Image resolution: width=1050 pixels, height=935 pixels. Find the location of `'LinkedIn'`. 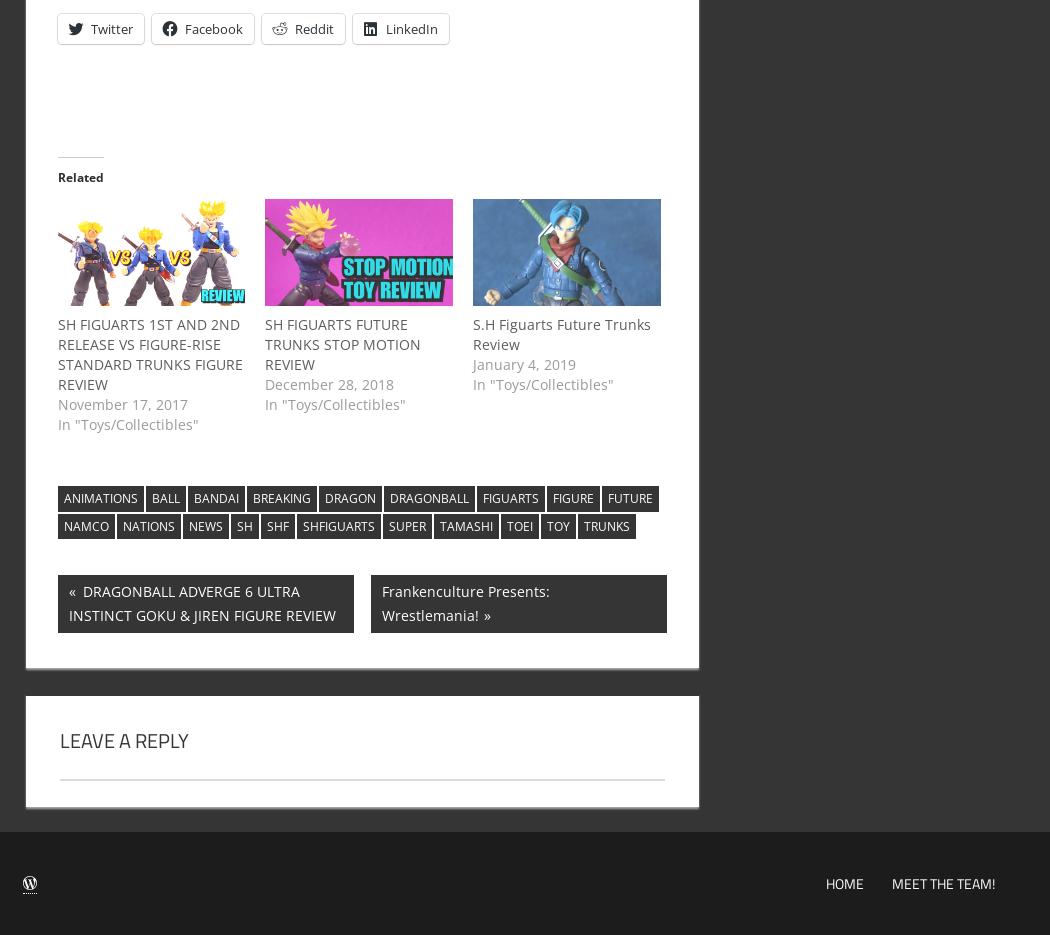

'LinkedIn' is located at coordinates (410, 27).